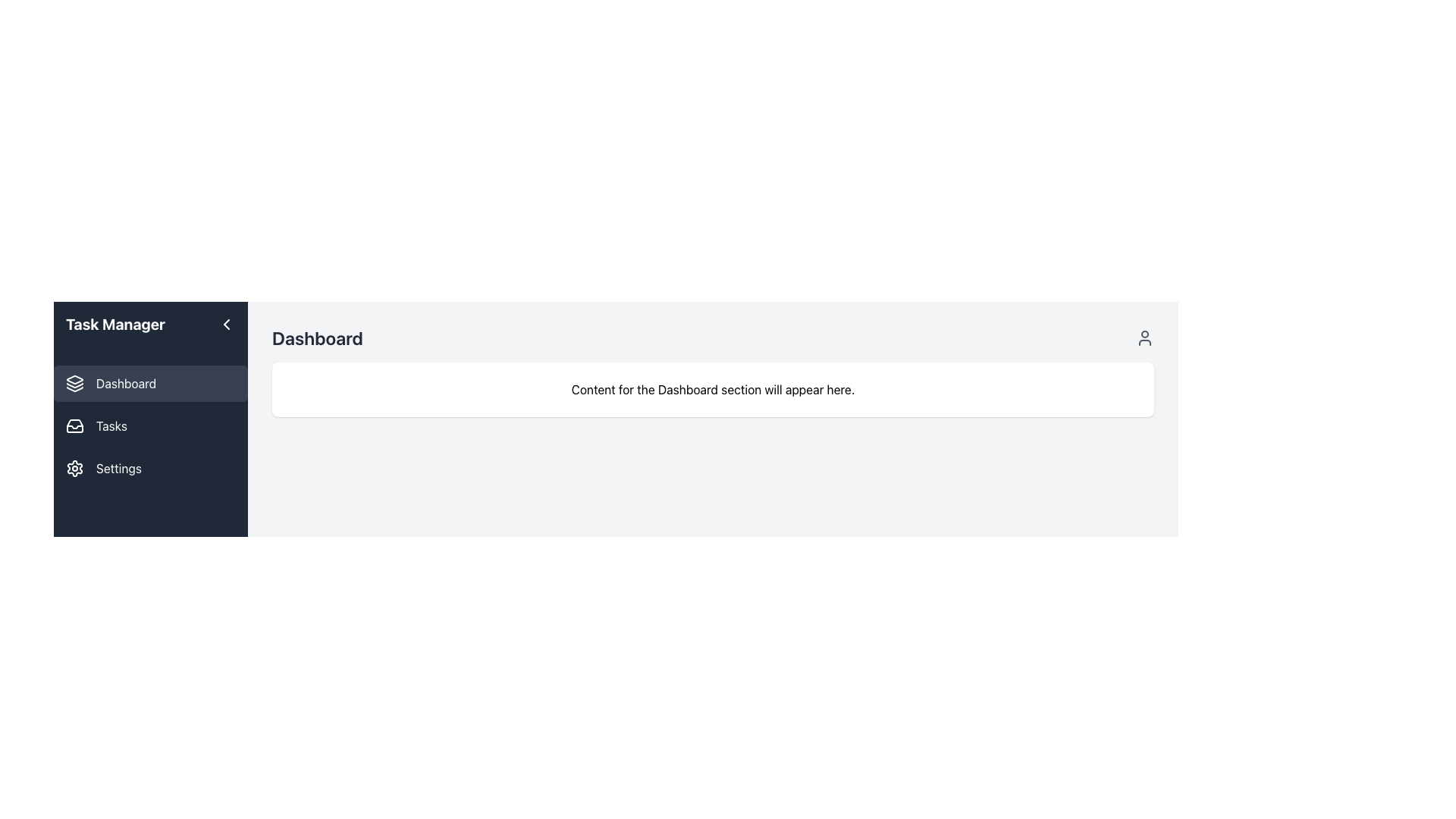 The image size is (1456, 819). Describe the element at coordinates (1145, 337) in the screenshot. I see `the user profile icon located in the top-right corner of the content area` at that location.